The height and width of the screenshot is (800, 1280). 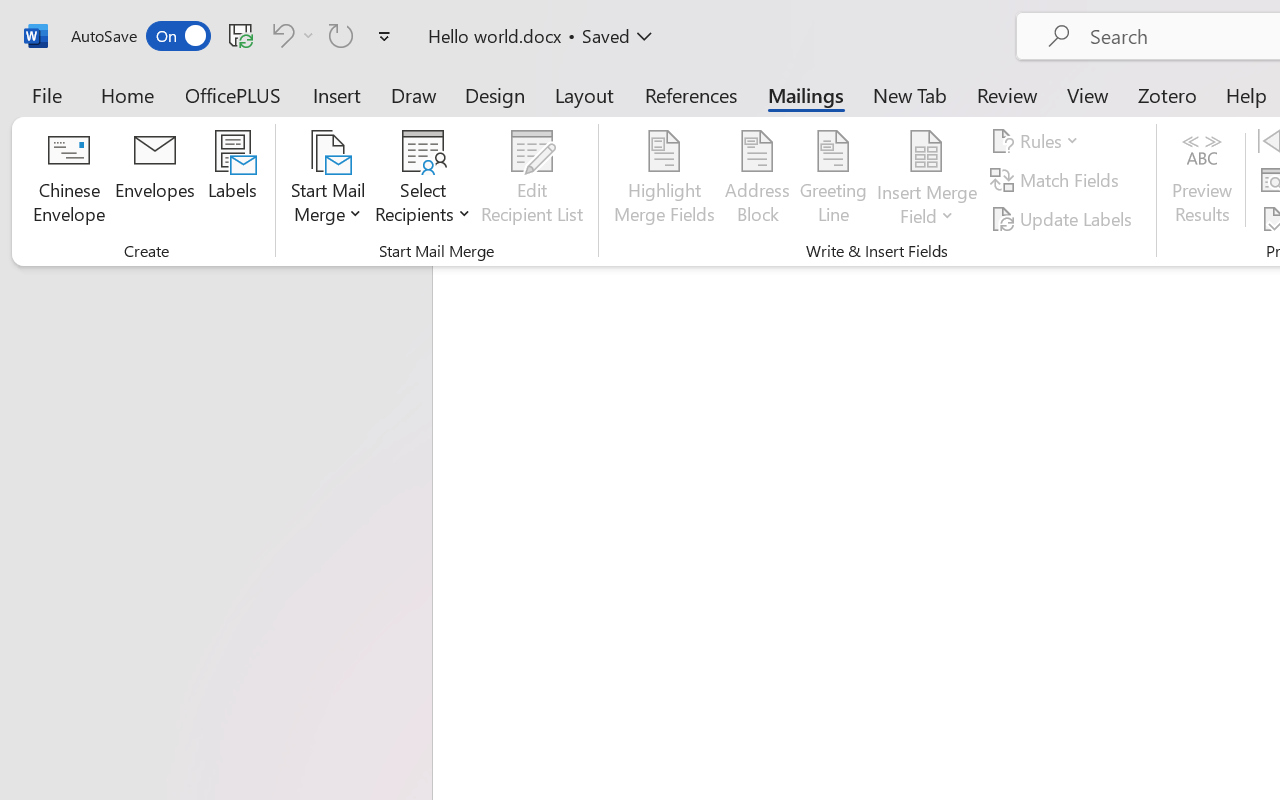 I want to click on 'Layout', so click(x=583, y=94).